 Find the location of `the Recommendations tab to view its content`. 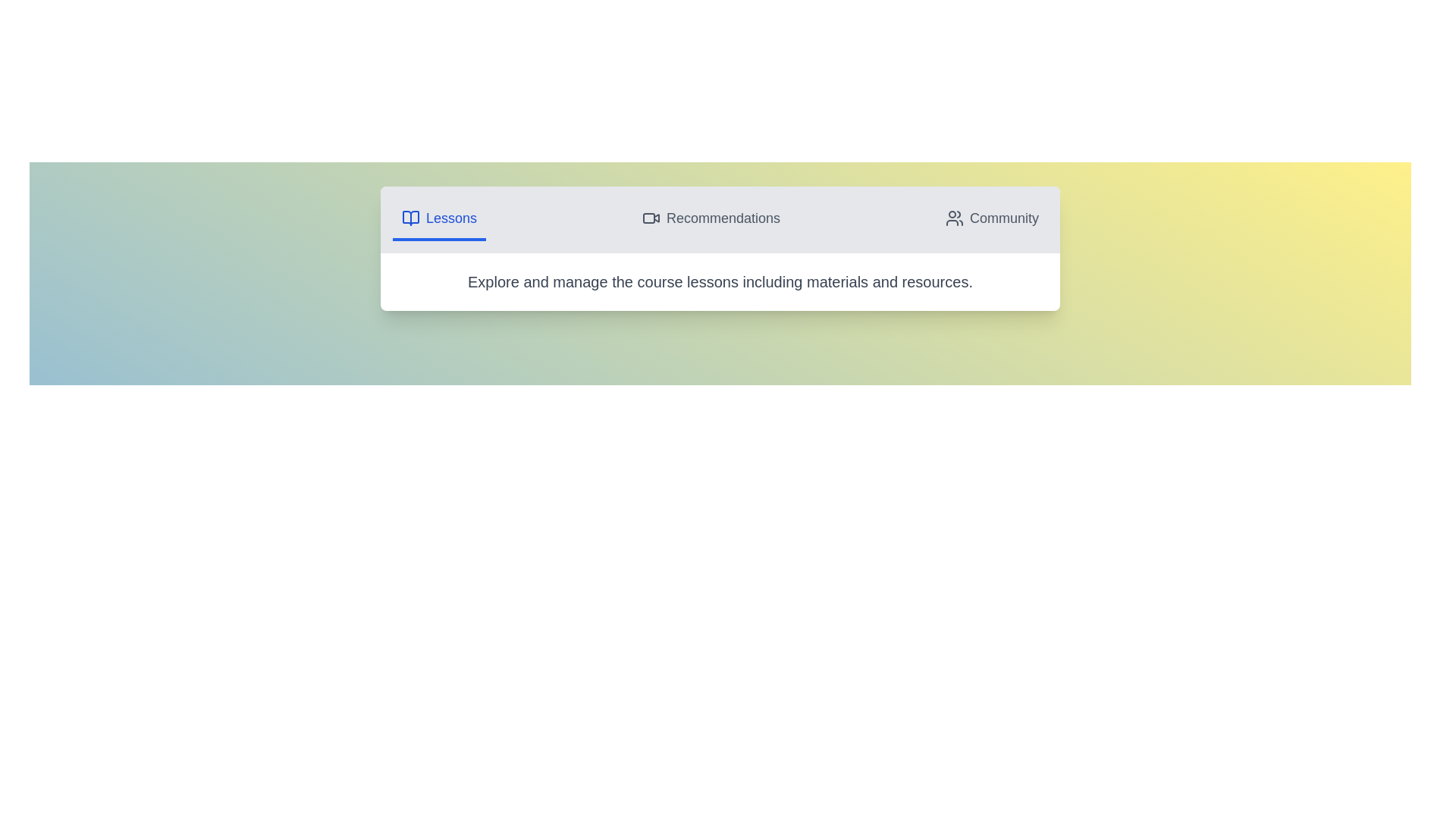

the Recommendations tab to view its content is located at coordinates (710, 219).